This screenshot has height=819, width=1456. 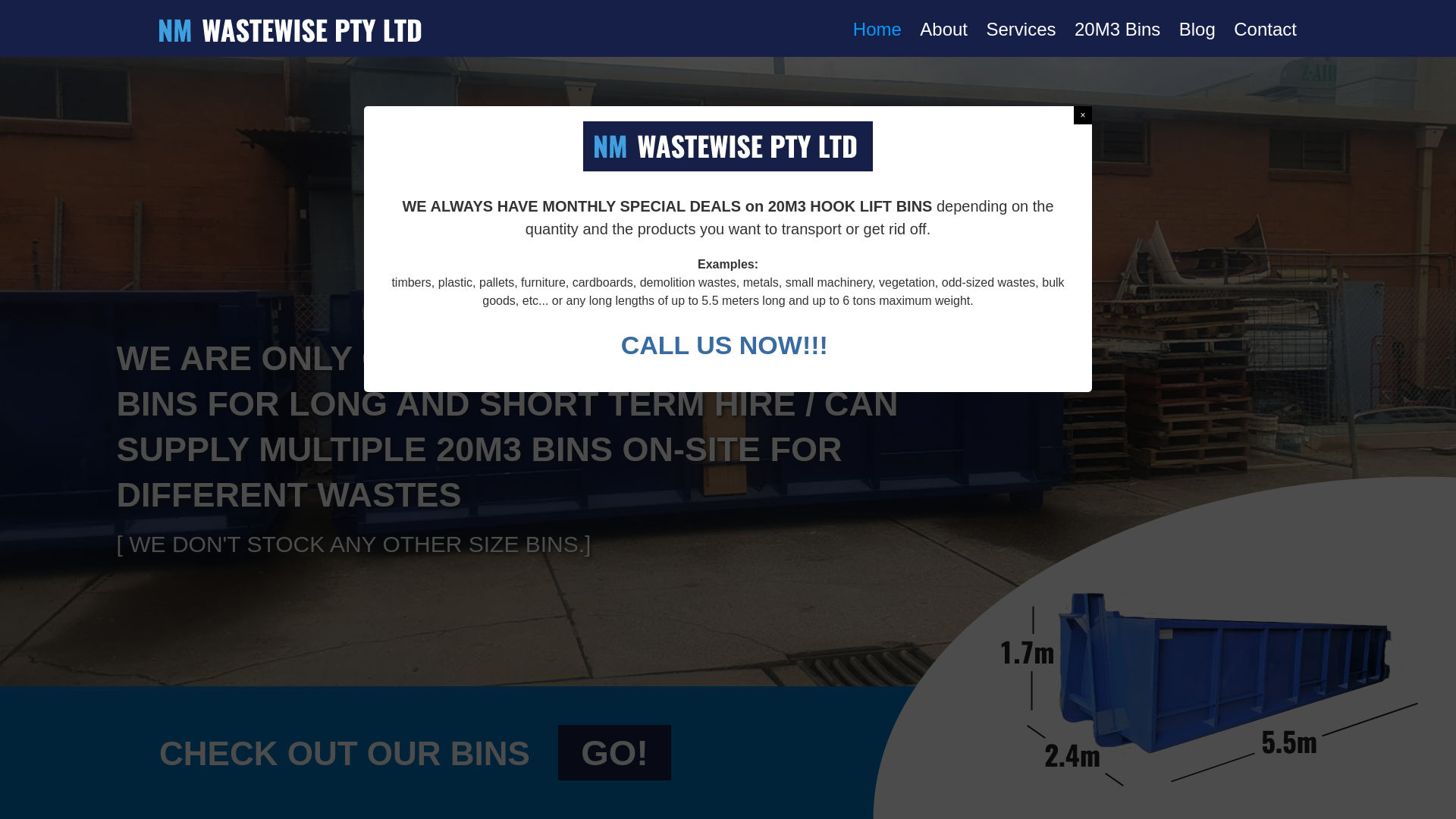 What do you see at coordinates (614, 752) in the screenshot?
I see `'GO!'` at bounding box center [614, 752].